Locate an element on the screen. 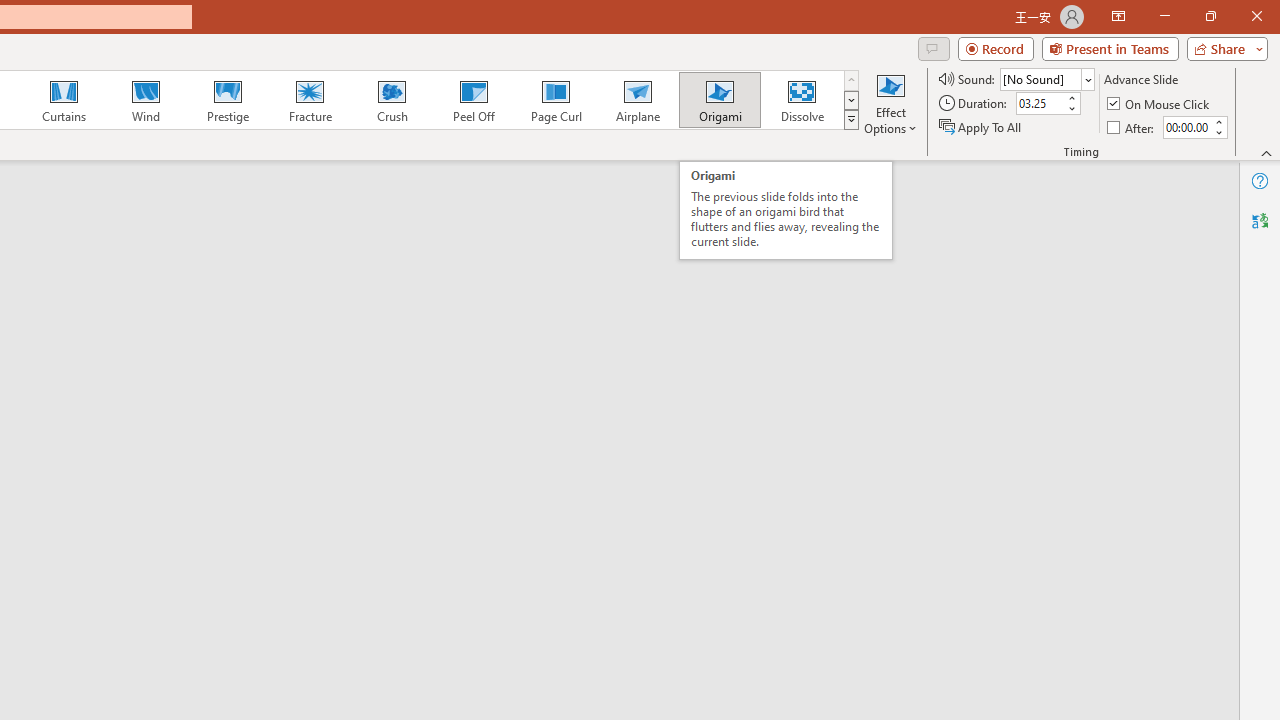  'Apply To All' is located at coordinates (981, 127).